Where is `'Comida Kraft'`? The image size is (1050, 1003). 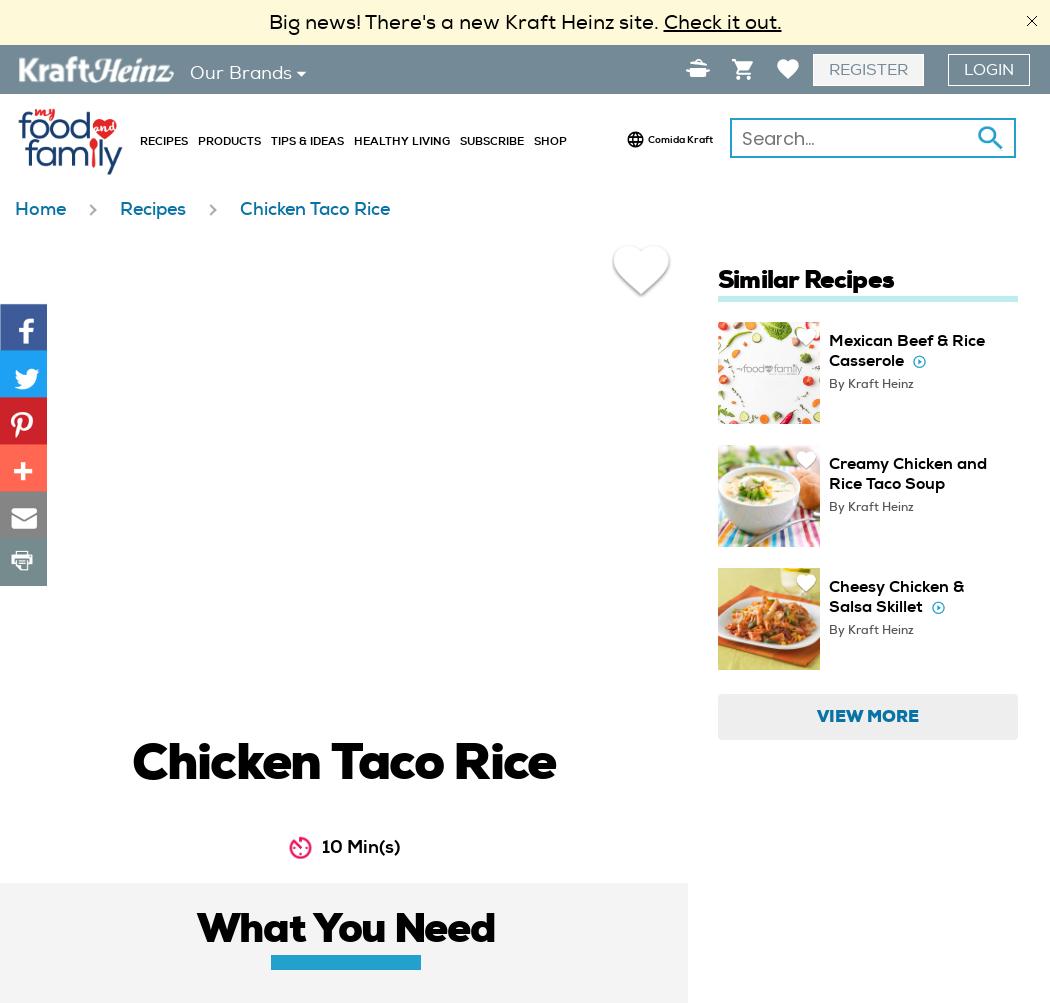
'Comida Kraft' is located at coordinates (646, 137).